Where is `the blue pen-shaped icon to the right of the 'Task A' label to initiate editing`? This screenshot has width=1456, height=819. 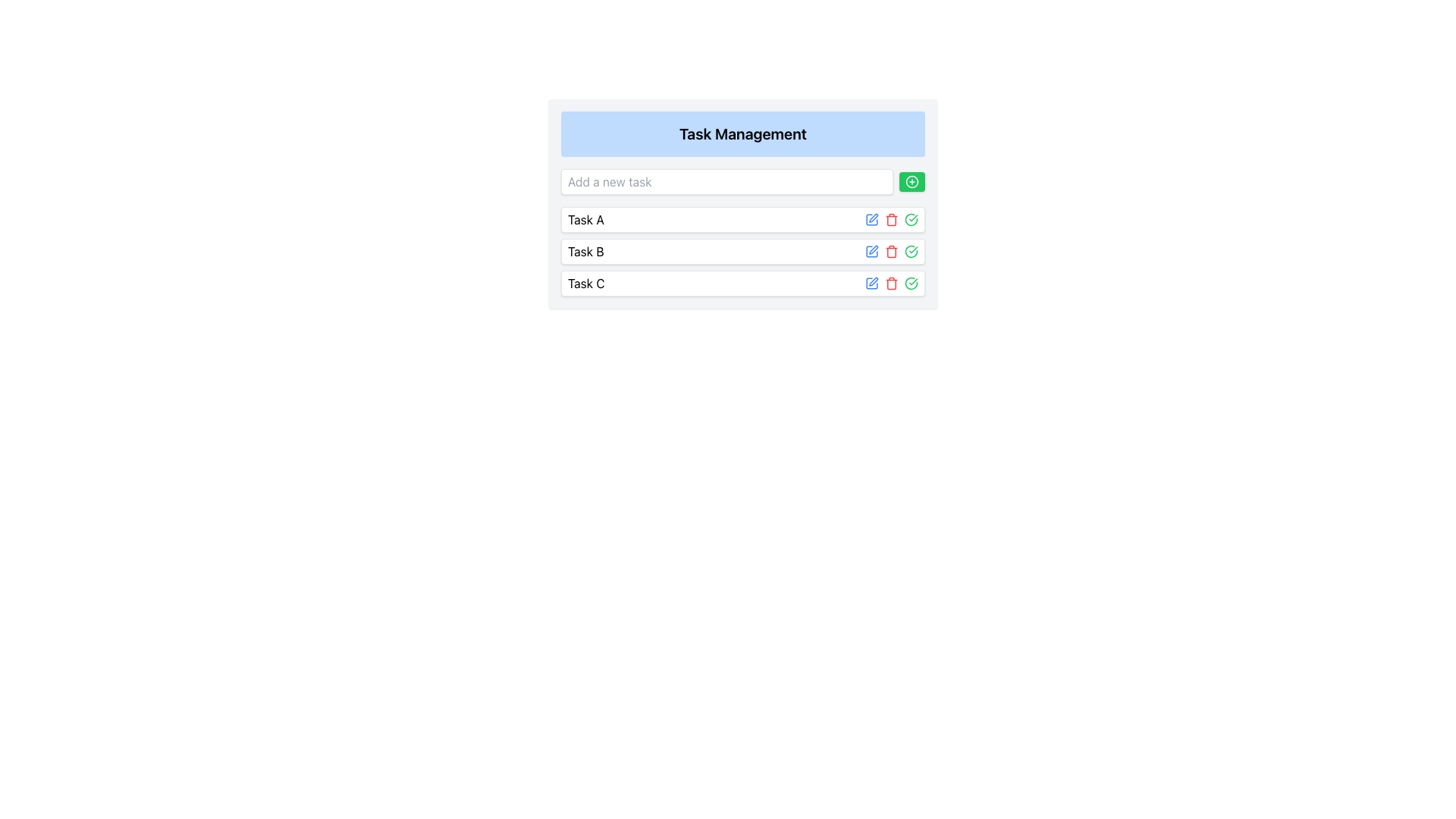 the blue pen-shaped icon to the right of the 'Task A' label to initiate editing is located at coordinates (874, 217).